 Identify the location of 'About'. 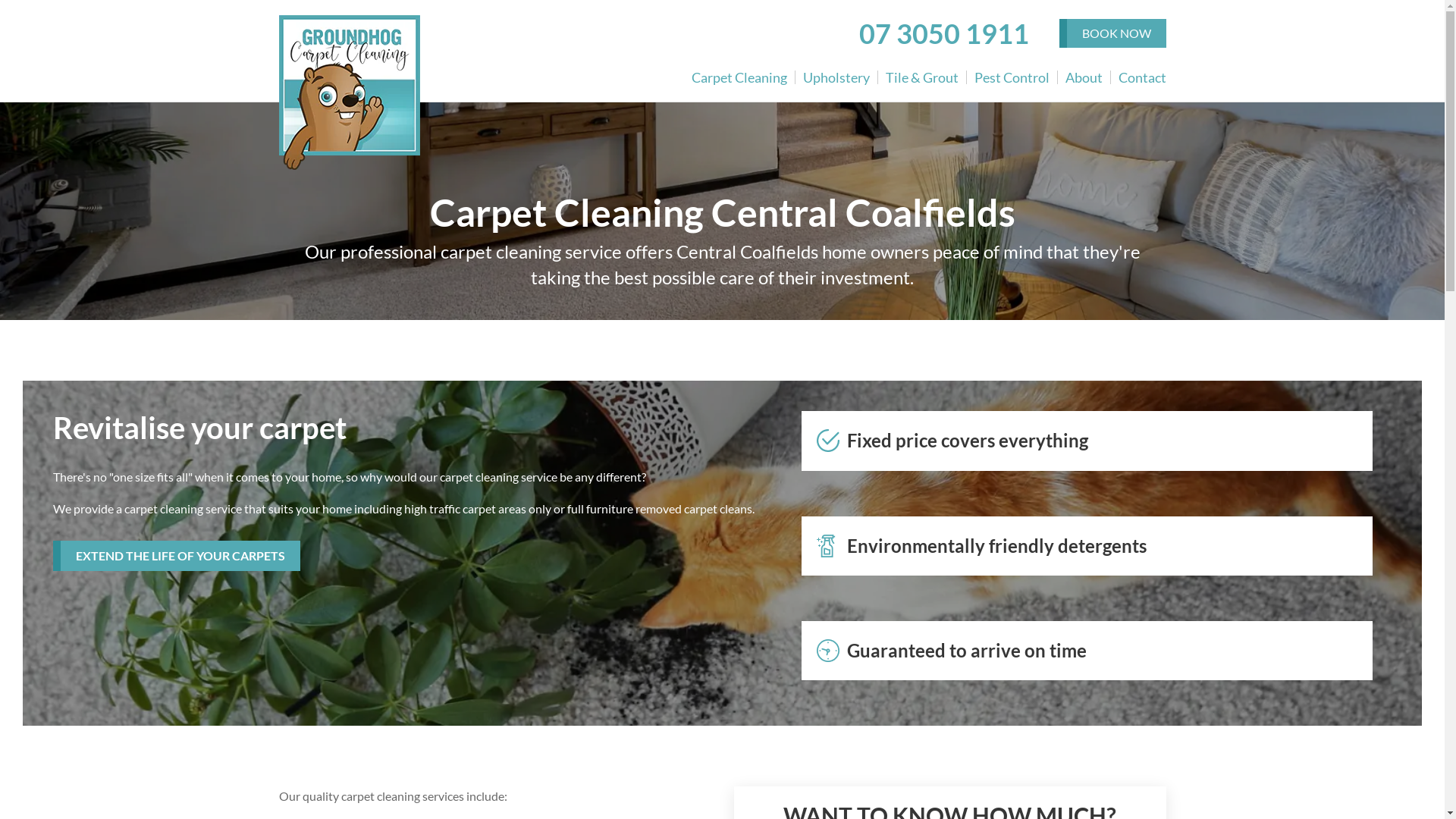
(1056, 77).